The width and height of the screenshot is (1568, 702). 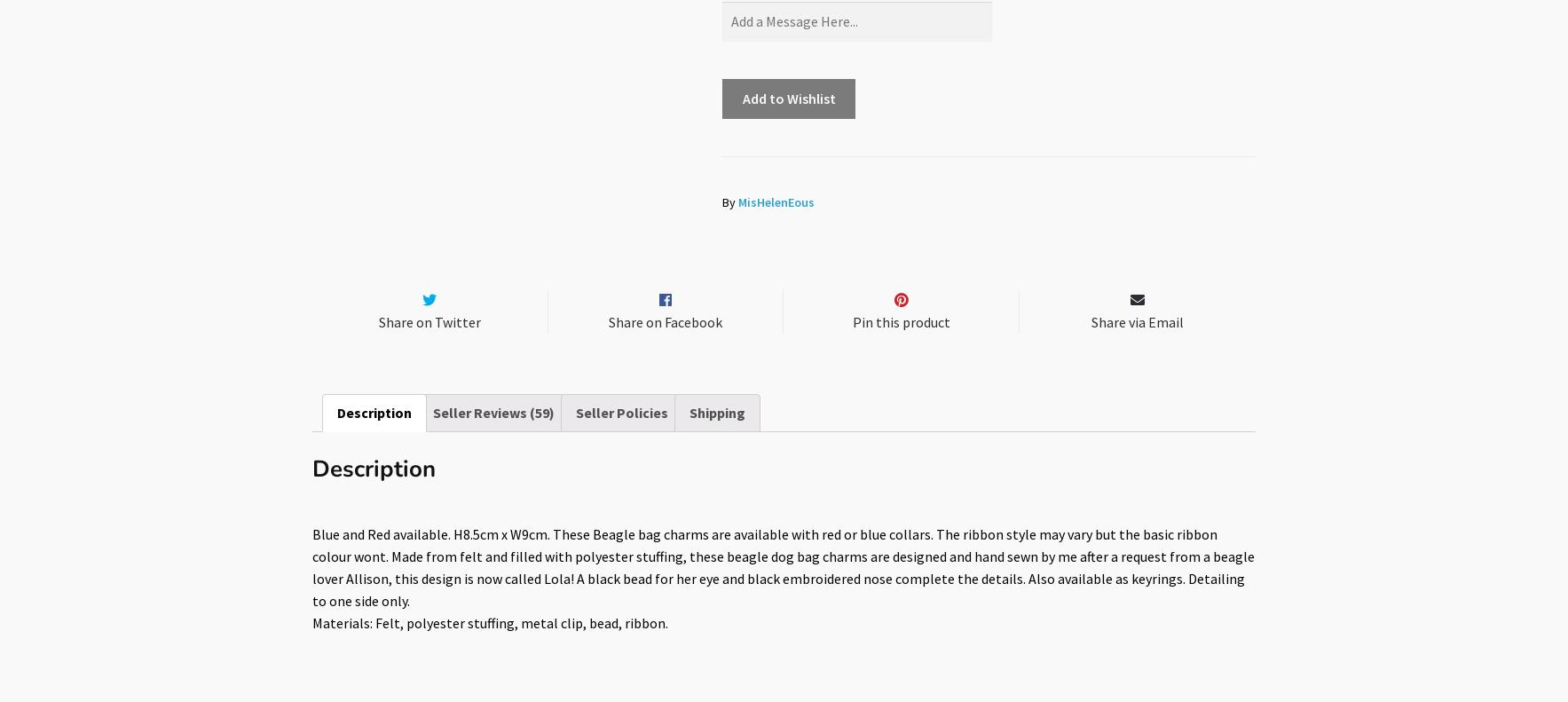 What do you see at coordinates (776, 201) in the screenshot?
I see `'MisHelenEous'` at bounding box center [776, 201].